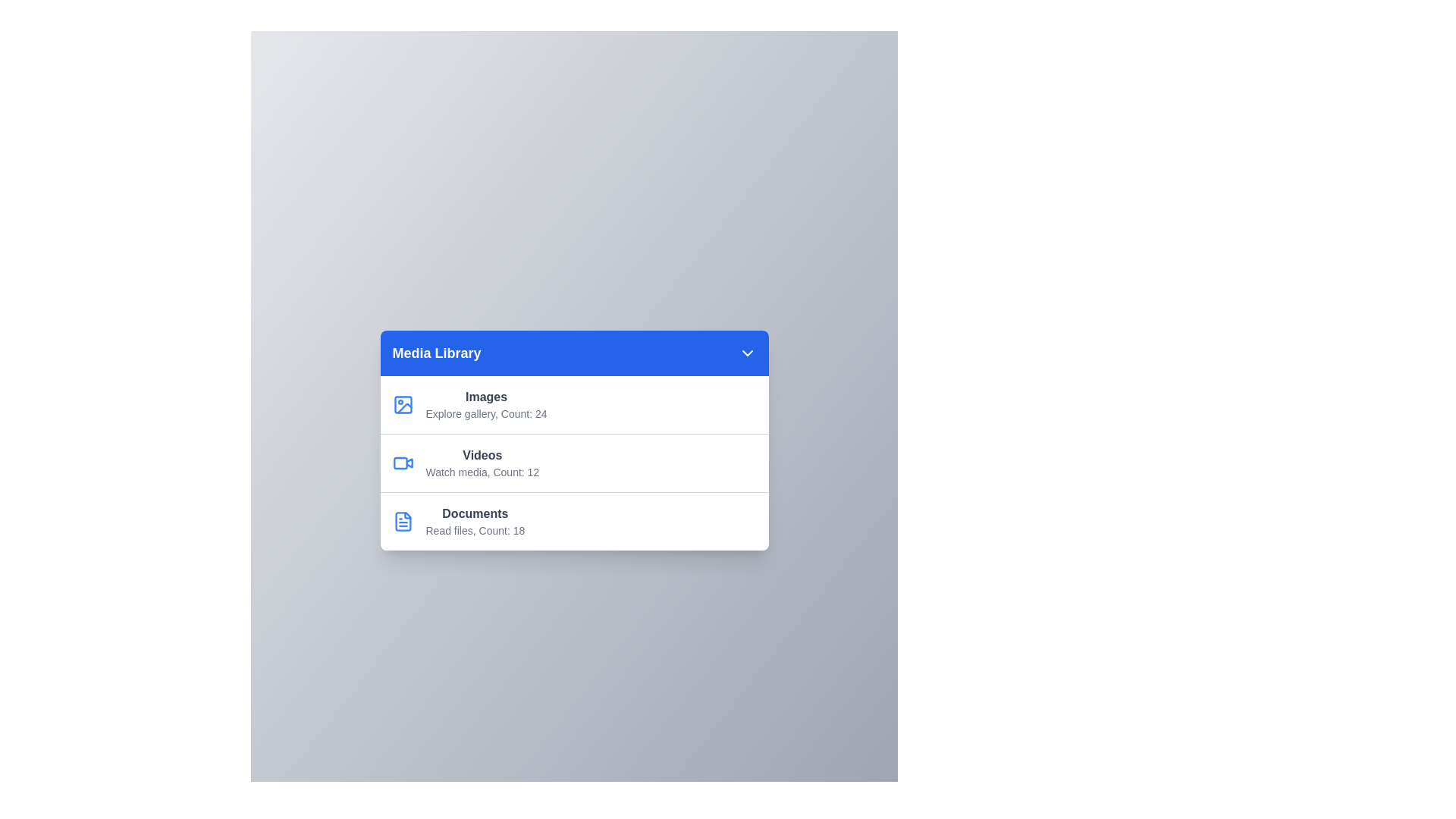 Image resolution: width=1456 pixels, height=819 pixels. I want to click on the media item Documents from the menu, so click(573, 520).